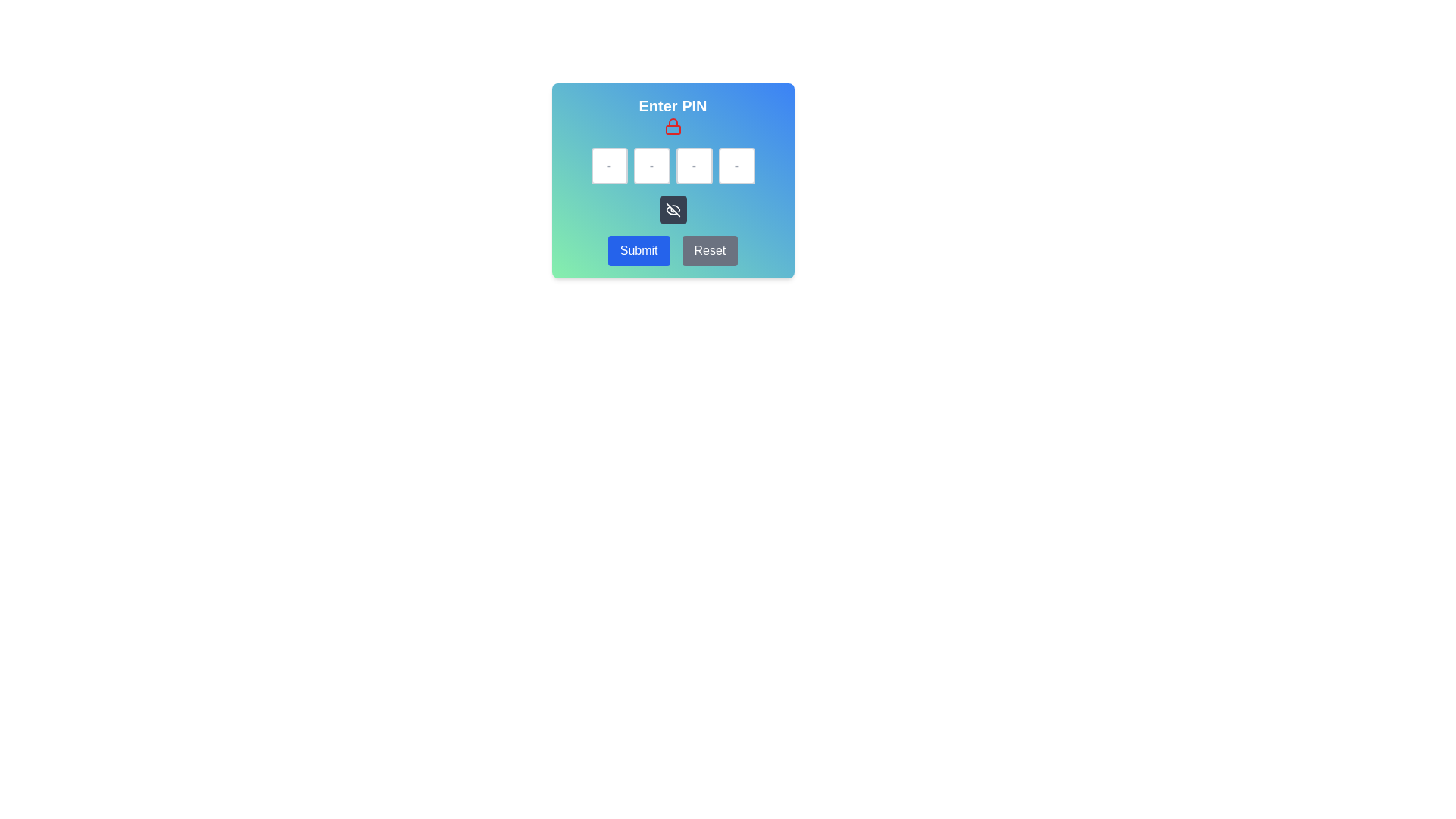 The width and height of the screenshot is (1456, 819). Describe the element at coordinates (672, 129) in the screenshot. I see `the base of the lock icon, which signifies security in the PIN entry interface, located beneath the 'Enter PIN' label` at that location.